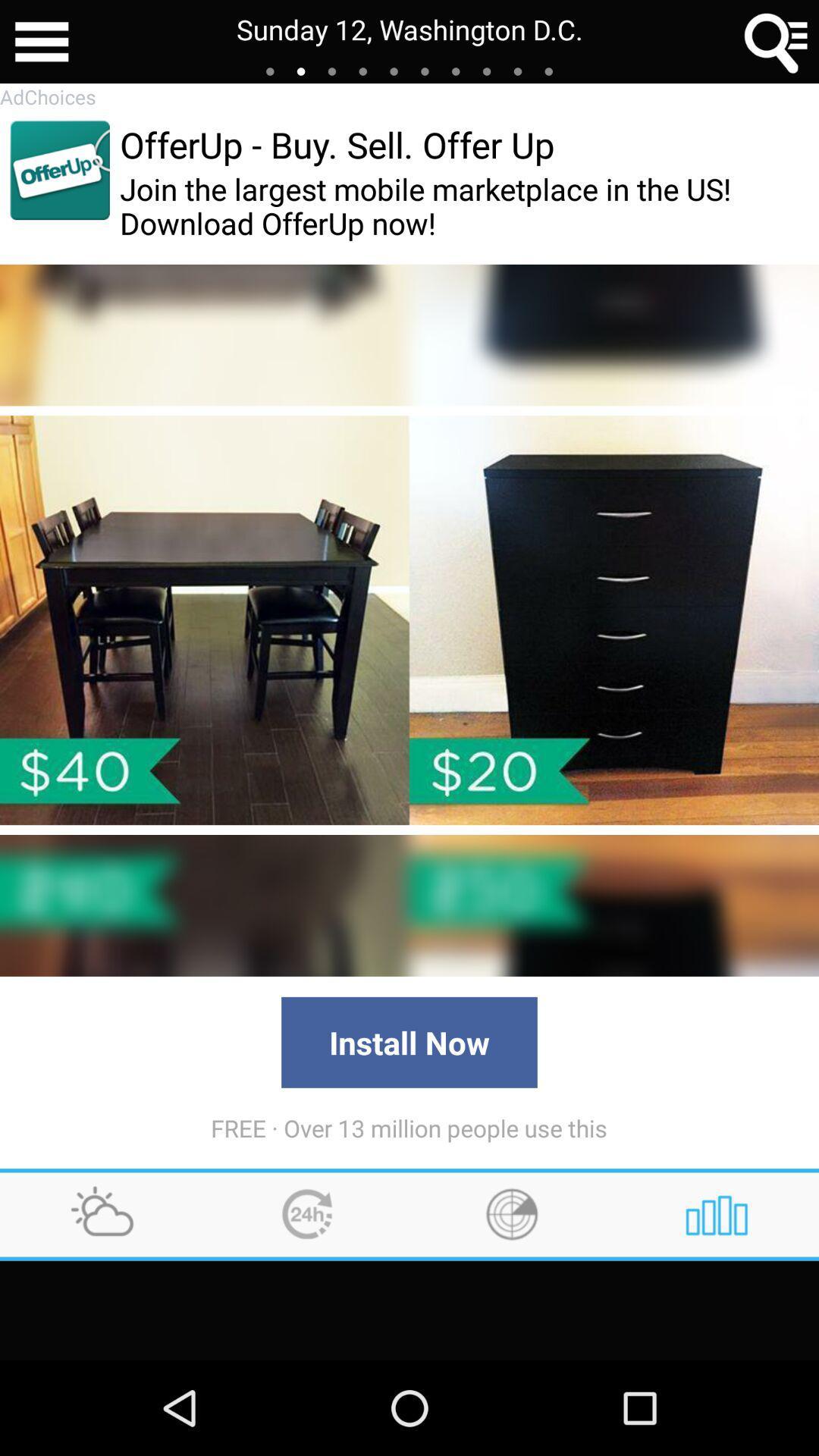  I want to click on menu, so click(41, 42).